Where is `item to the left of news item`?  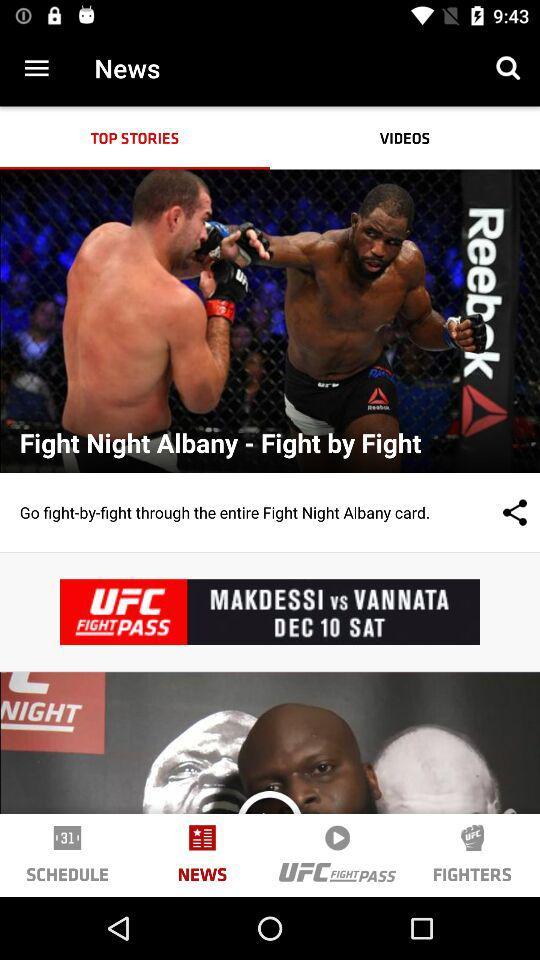
item to the left of news item is located at coordinates (36, 68).